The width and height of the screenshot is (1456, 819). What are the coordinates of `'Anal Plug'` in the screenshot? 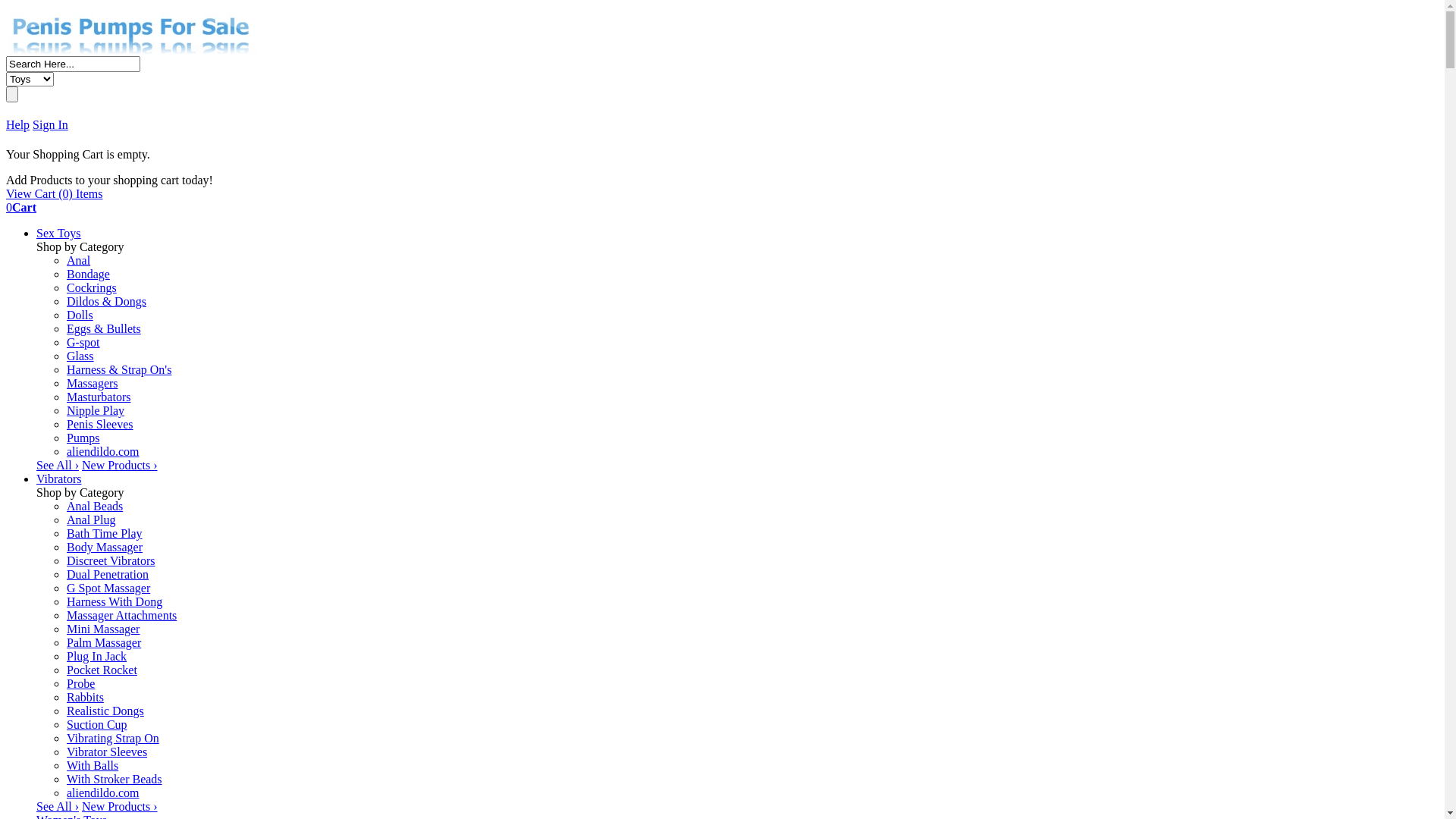 It's located at (90, 519).